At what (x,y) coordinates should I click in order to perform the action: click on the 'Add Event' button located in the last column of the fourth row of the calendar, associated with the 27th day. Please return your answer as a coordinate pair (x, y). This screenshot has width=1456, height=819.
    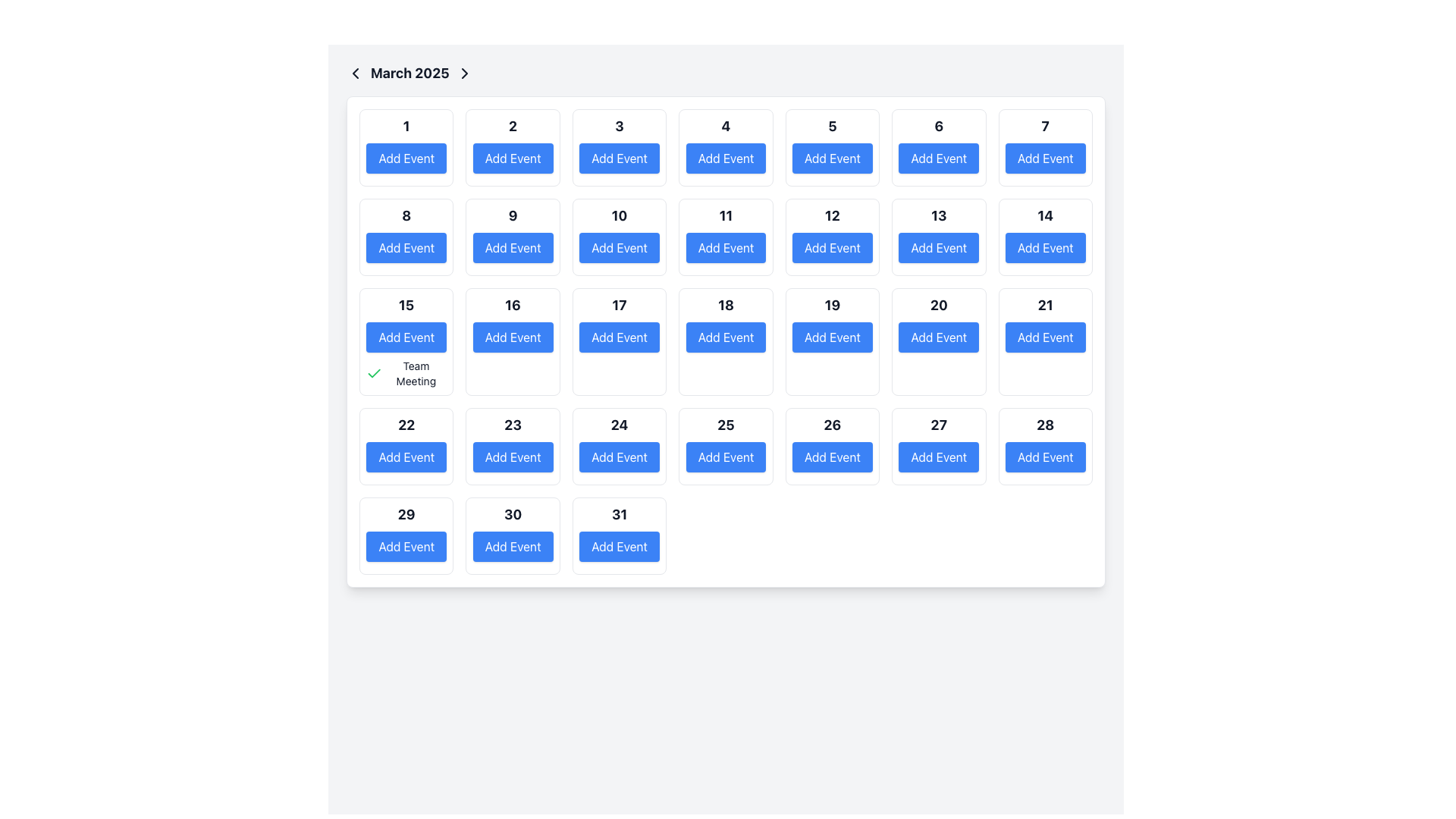
    Looking at the image, I should click on (938, 456).